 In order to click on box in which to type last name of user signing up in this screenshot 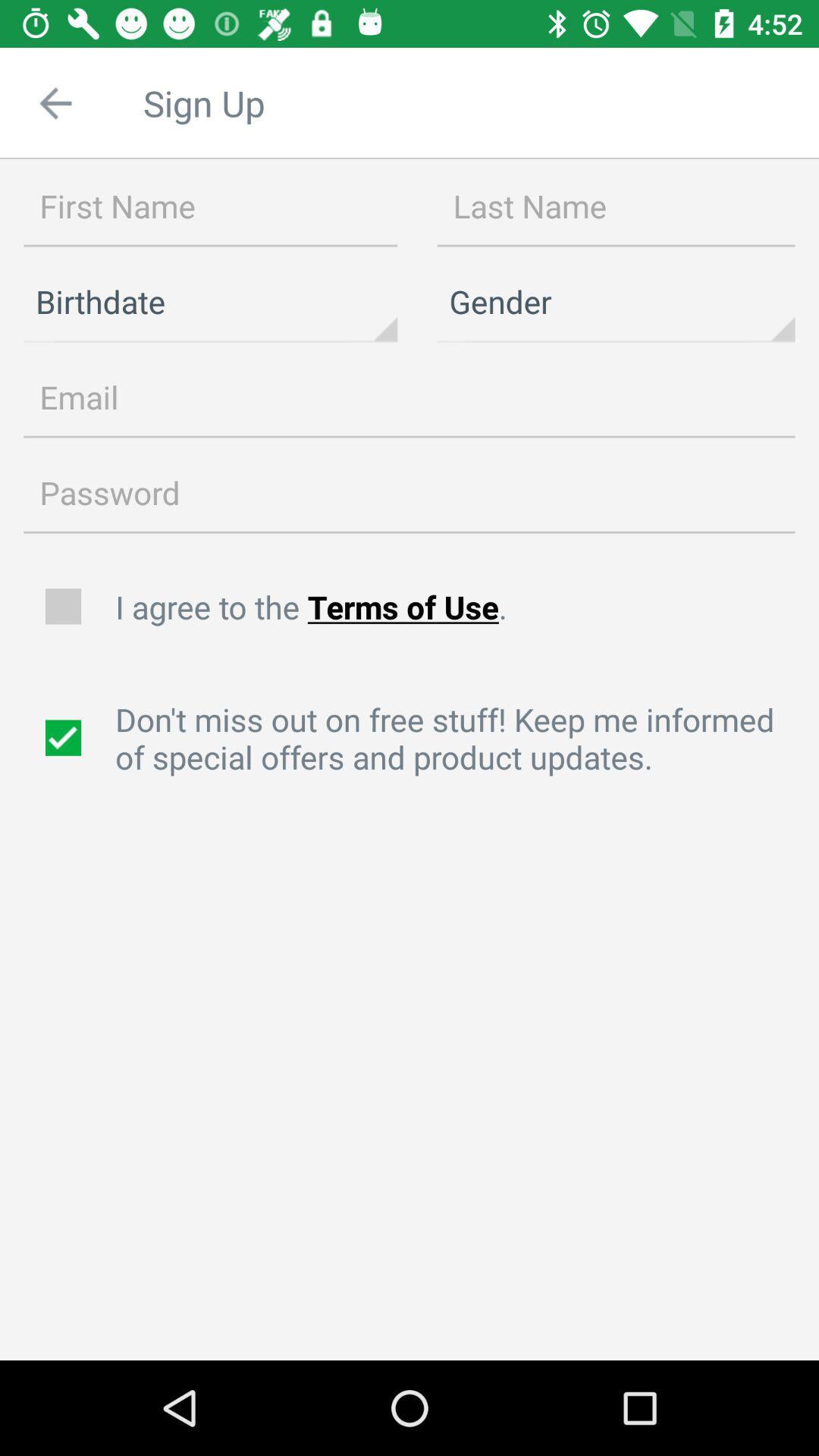, I will do `click(616, 206)`.